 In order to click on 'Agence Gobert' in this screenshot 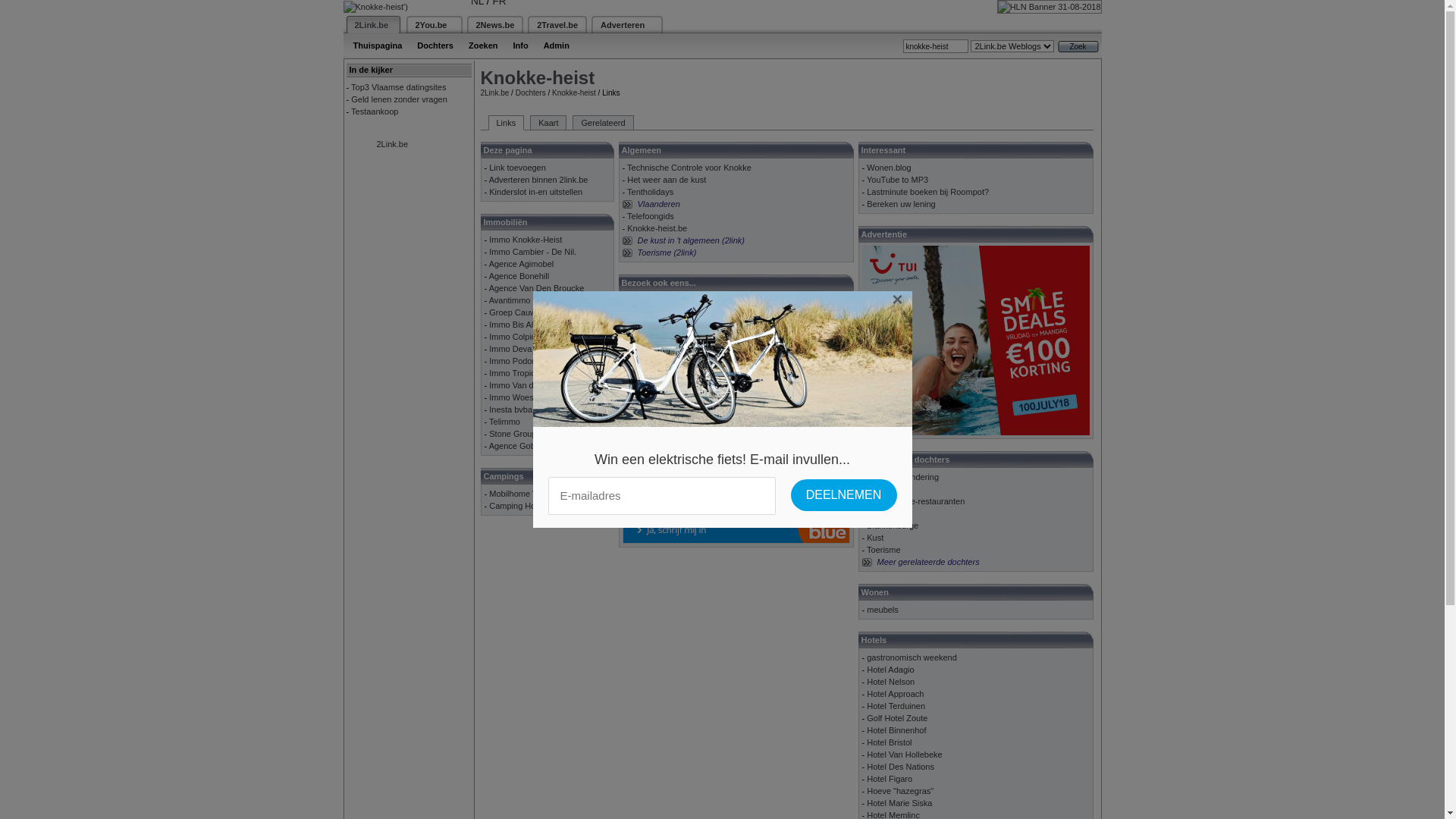, I will do `click(488, 444)`.